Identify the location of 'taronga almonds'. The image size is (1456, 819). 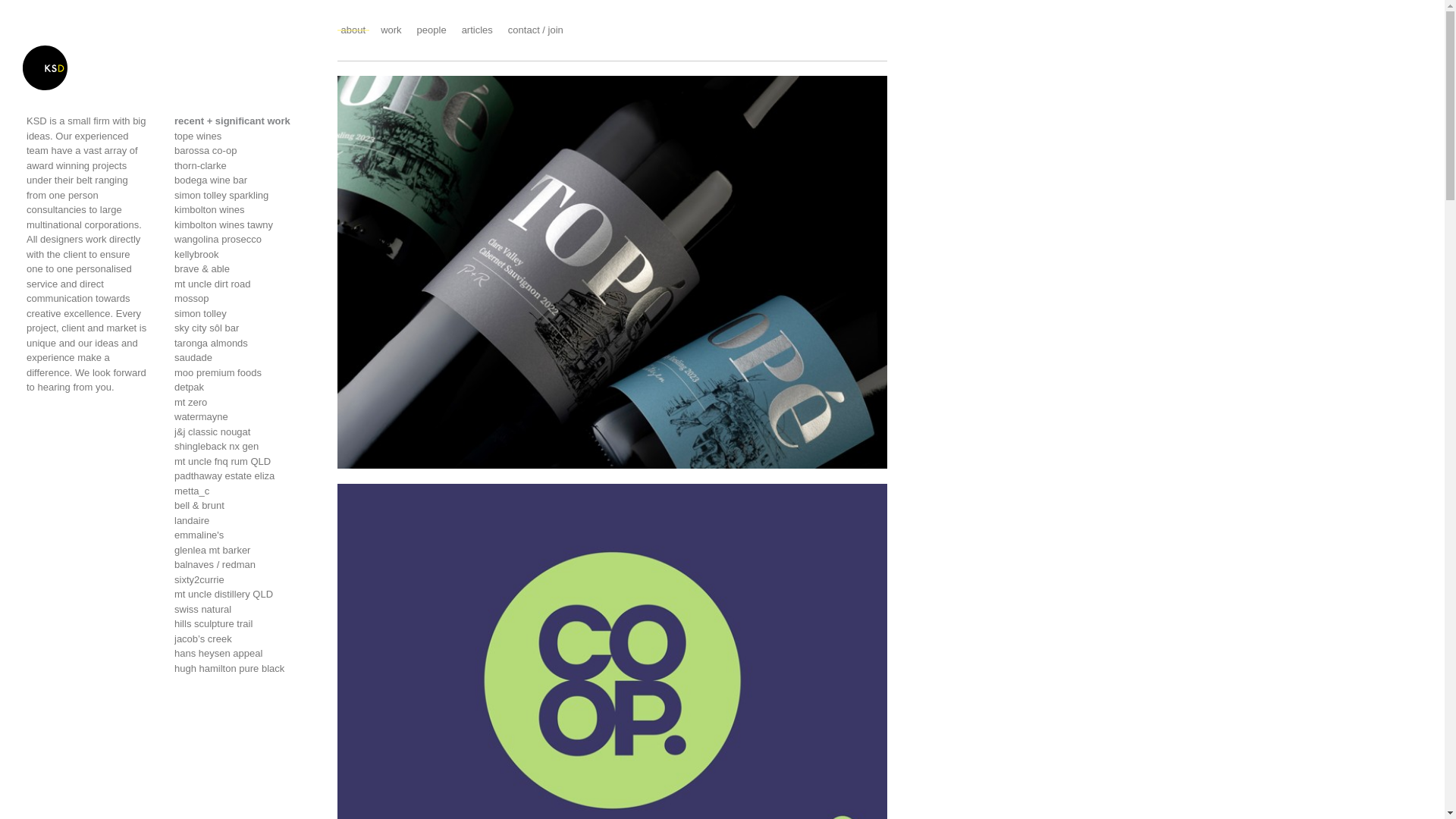
(243, 342).